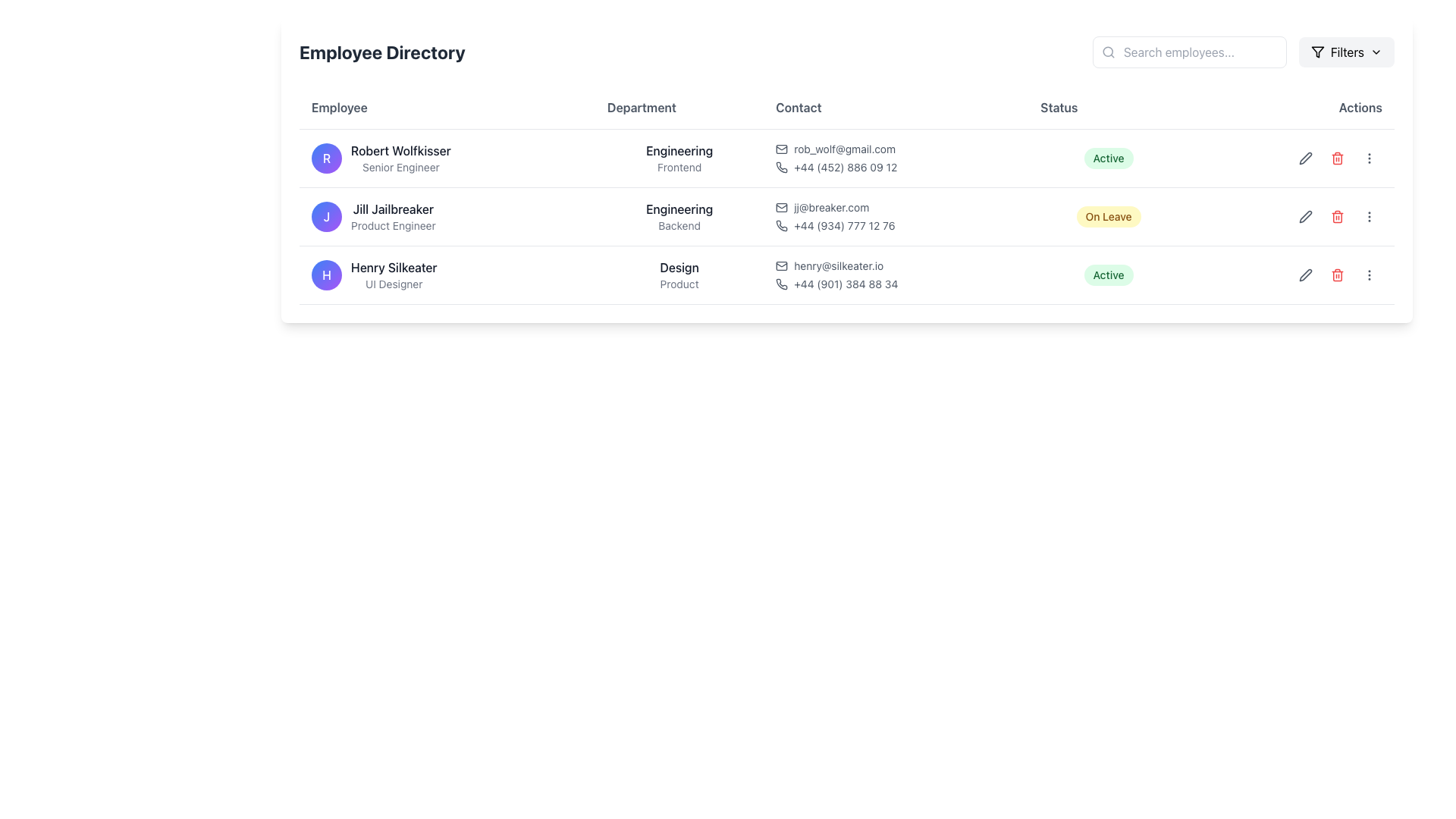 The image size is (1456, 819). I want to click on the 'Status' label in the second row of the data table associated with 'Jill Jailbreaker', so click(1109, 216).